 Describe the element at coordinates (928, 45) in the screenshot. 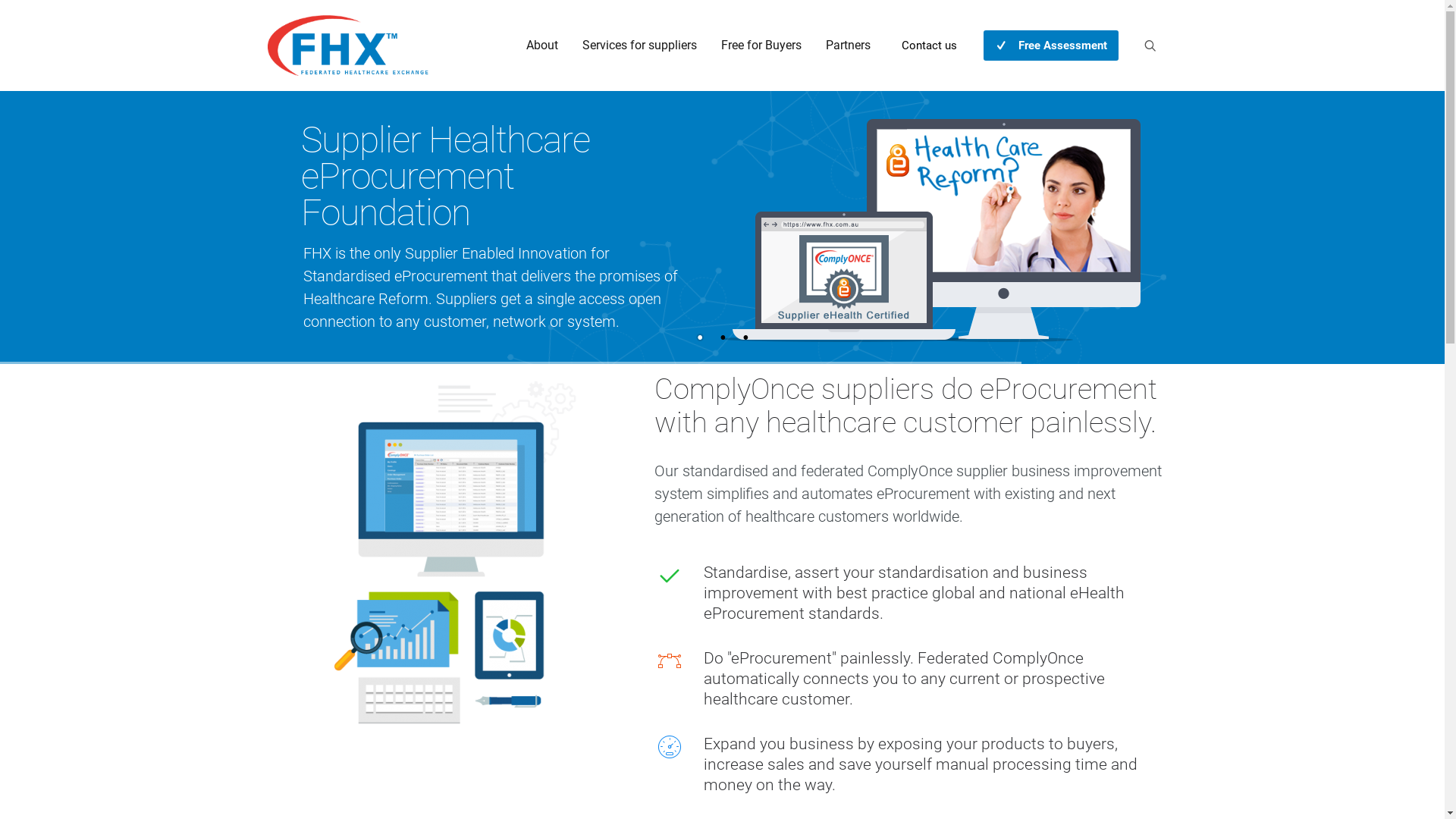

I see `'Contact us'` at that location.